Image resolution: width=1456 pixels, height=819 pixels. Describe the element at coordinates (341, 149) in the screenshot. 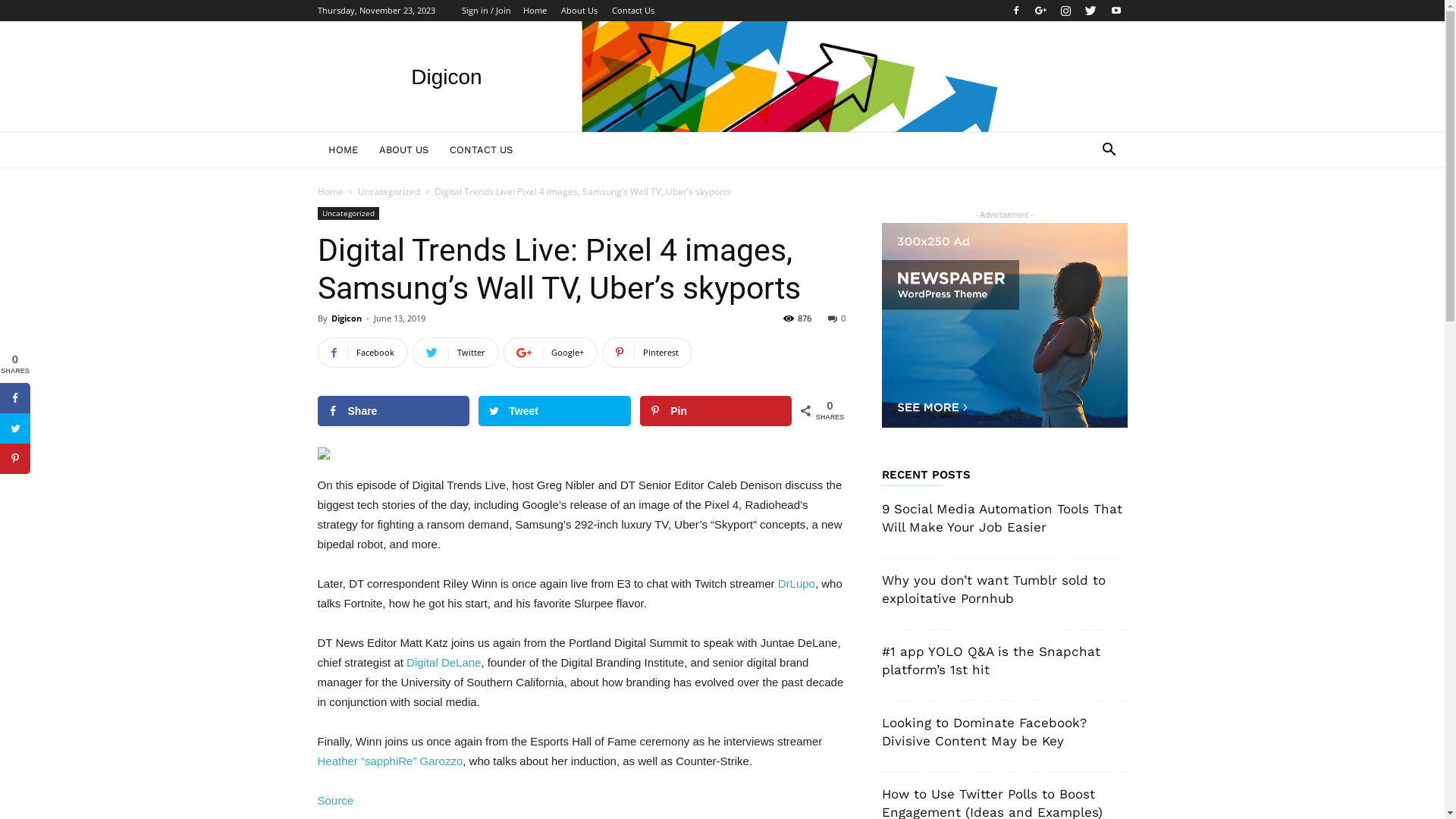

I see `'HOME'` at that location.